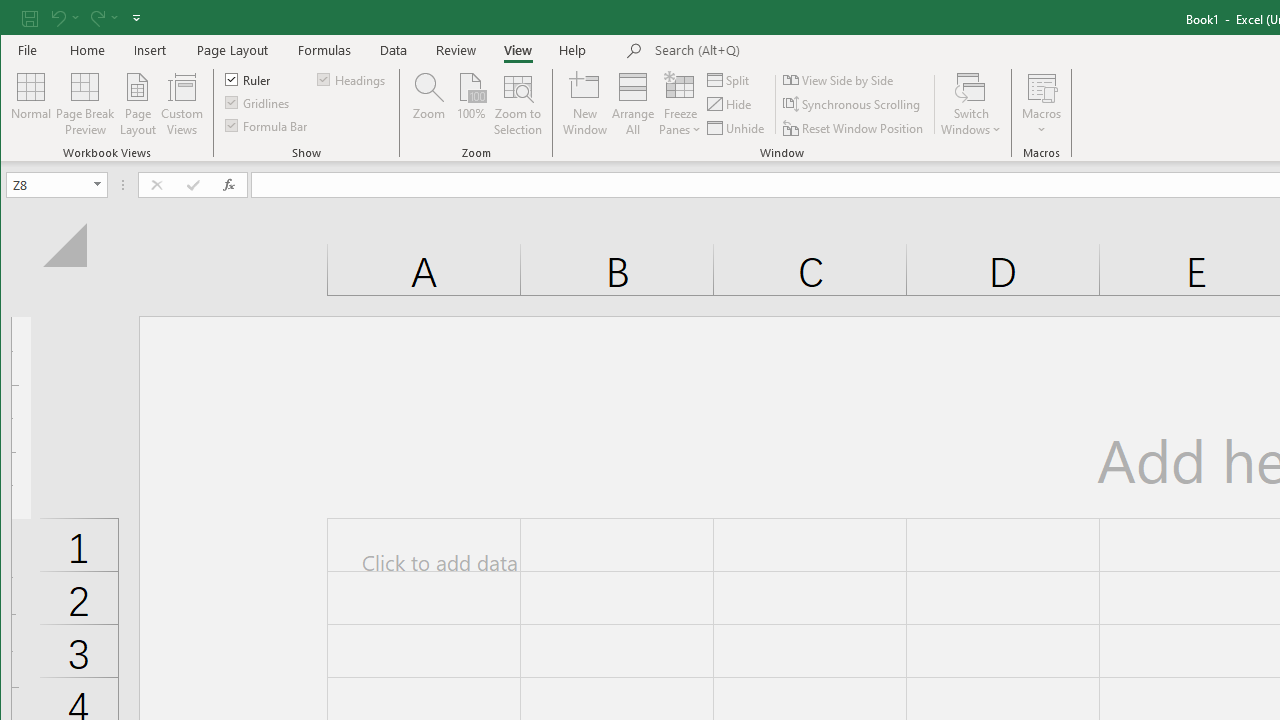  Describe the element at coordinates (971, 104) in the screenshot. I see `'Switch Windows'` at that location.